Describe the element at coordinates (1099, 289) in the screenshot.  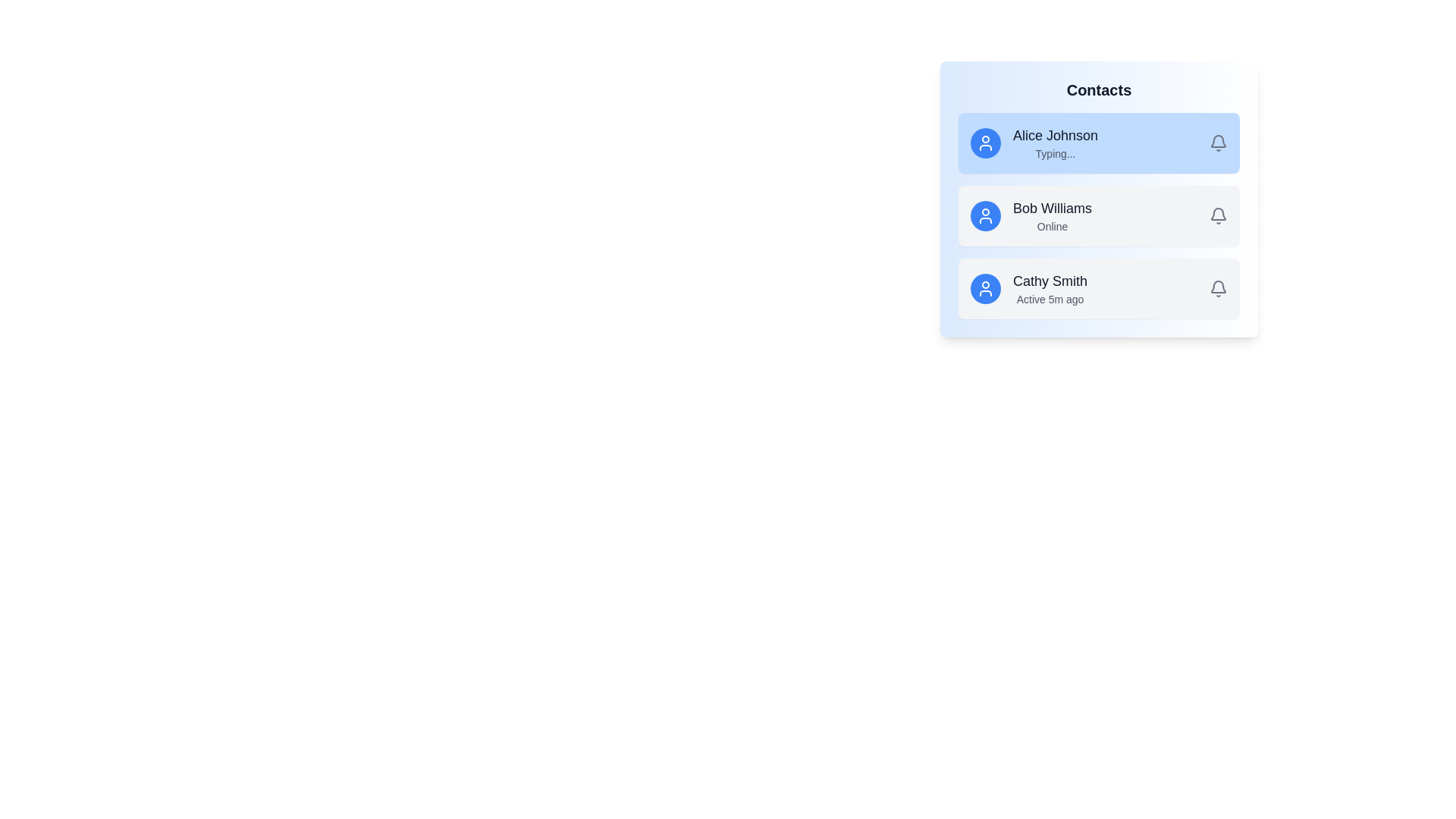
I see `the displayed information of the third contact entry in the list, which shows a user's status and options like notifications via the bell icon` at that location.